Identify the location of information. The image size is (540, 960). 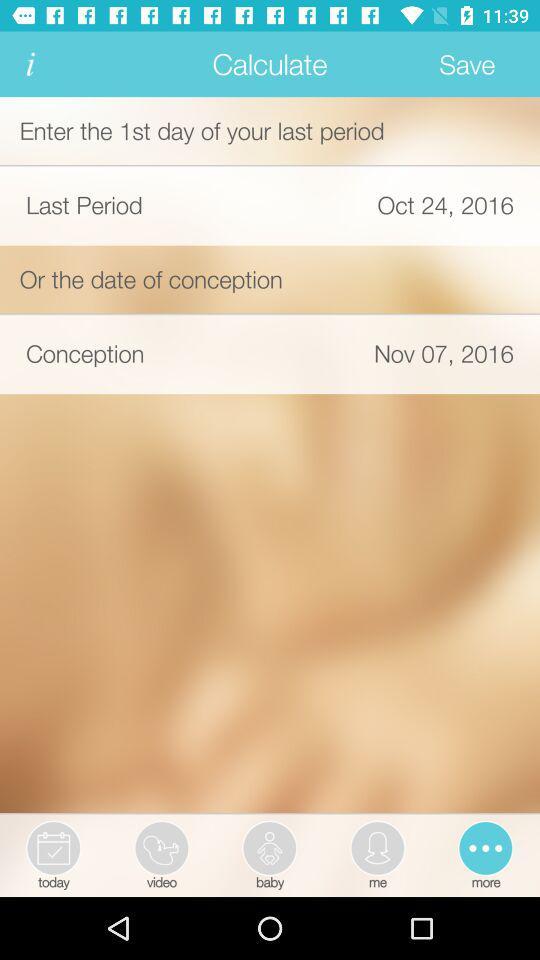
(29, 64).